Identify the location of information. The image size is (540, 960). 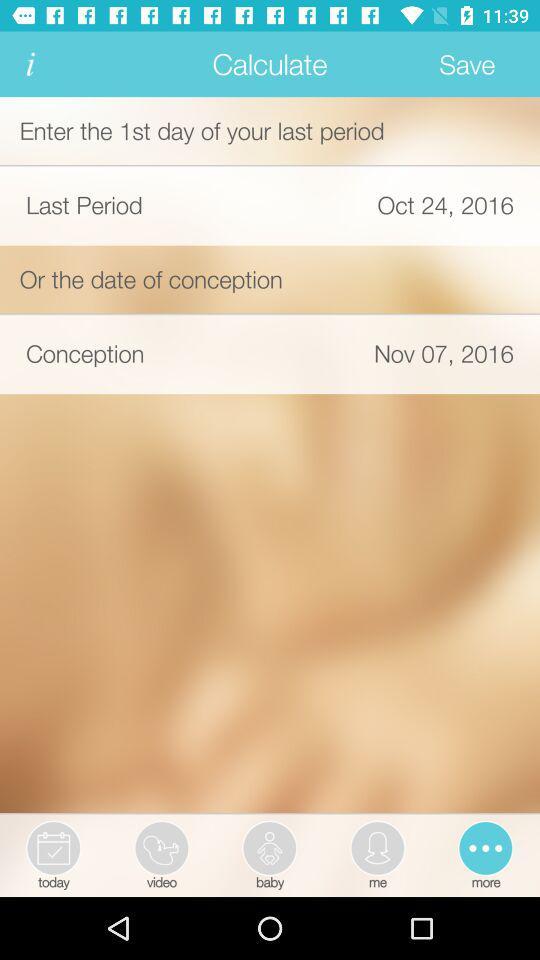
(29, 64).